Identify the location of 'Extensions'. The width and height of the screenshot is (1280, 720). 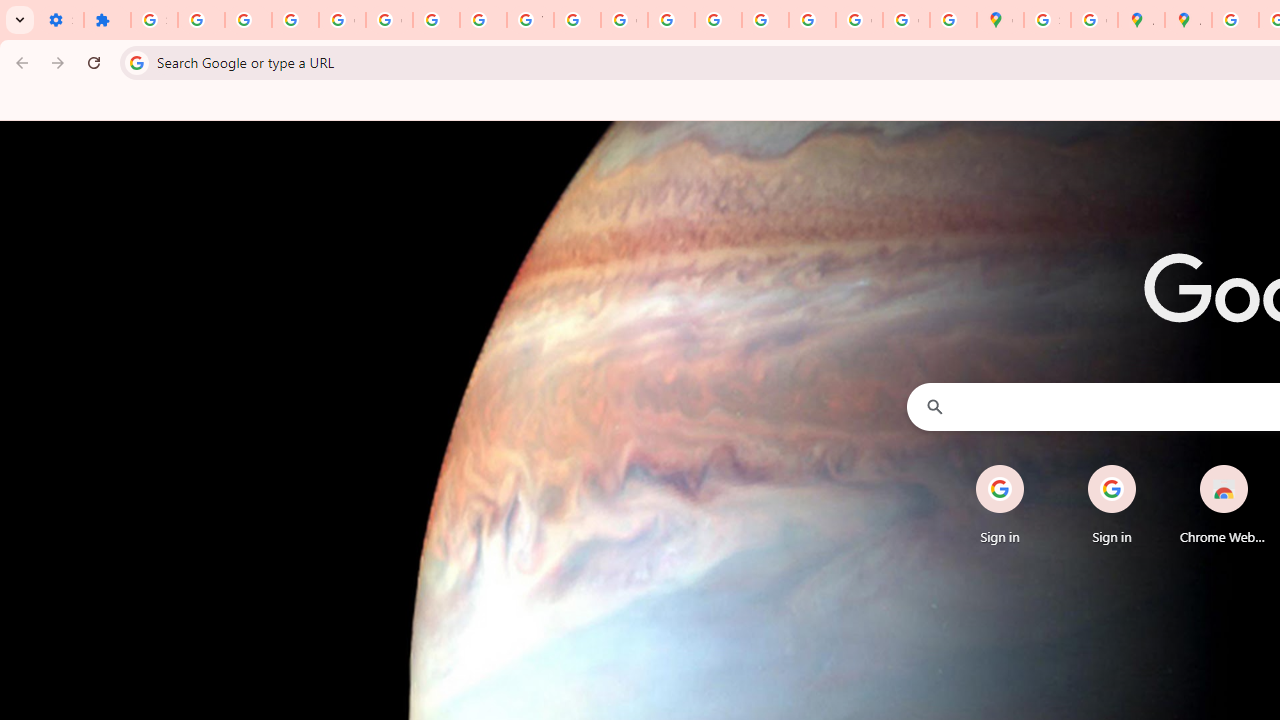
(106, 20).